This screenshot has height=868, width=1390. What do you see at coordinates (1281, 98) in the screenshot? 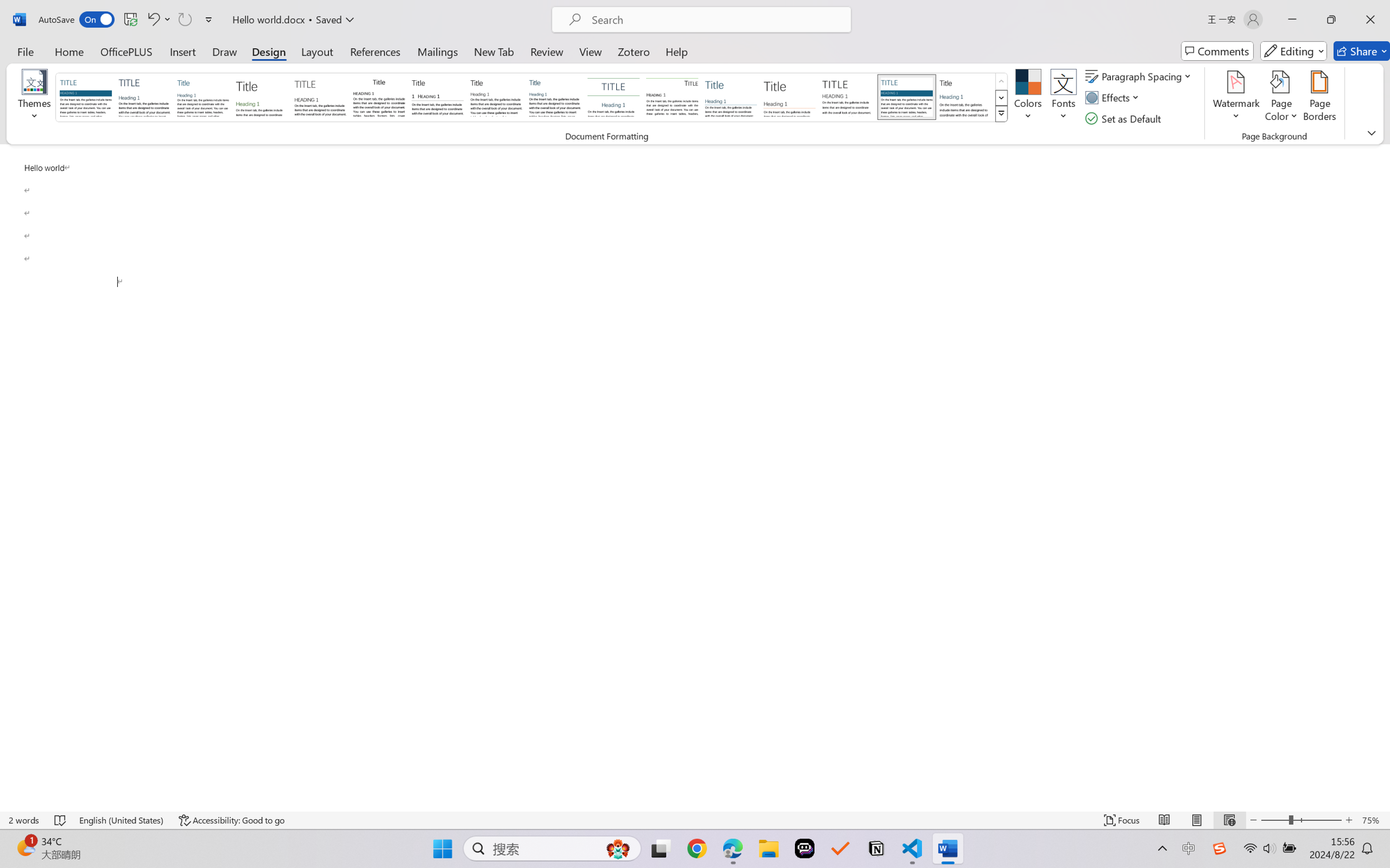
I see `'Page Color'` at bounding box center [1281, 98].